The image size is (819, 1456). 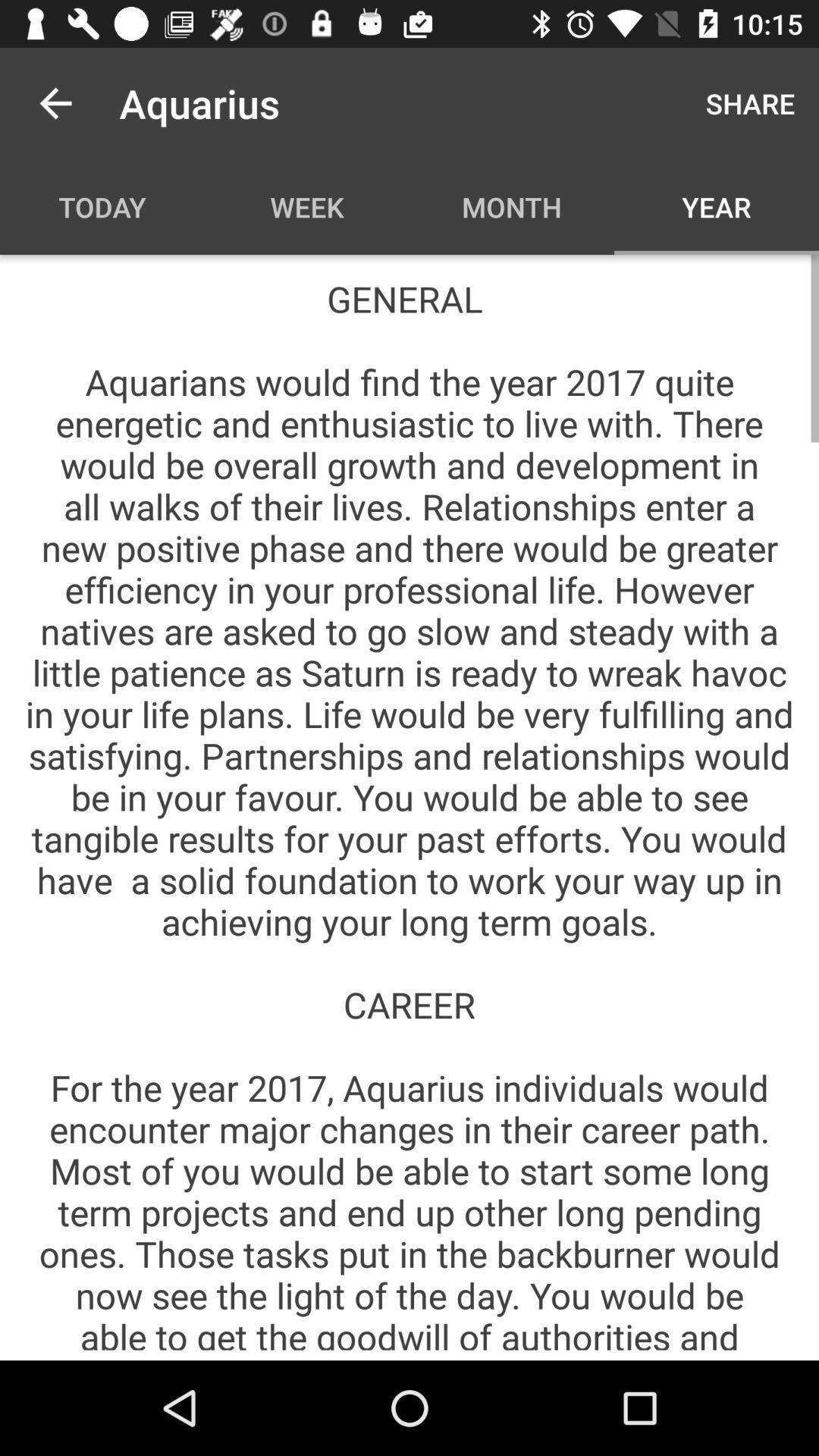 I want to click on the item to the left of the aquarius app, so click(x=55, y=102).